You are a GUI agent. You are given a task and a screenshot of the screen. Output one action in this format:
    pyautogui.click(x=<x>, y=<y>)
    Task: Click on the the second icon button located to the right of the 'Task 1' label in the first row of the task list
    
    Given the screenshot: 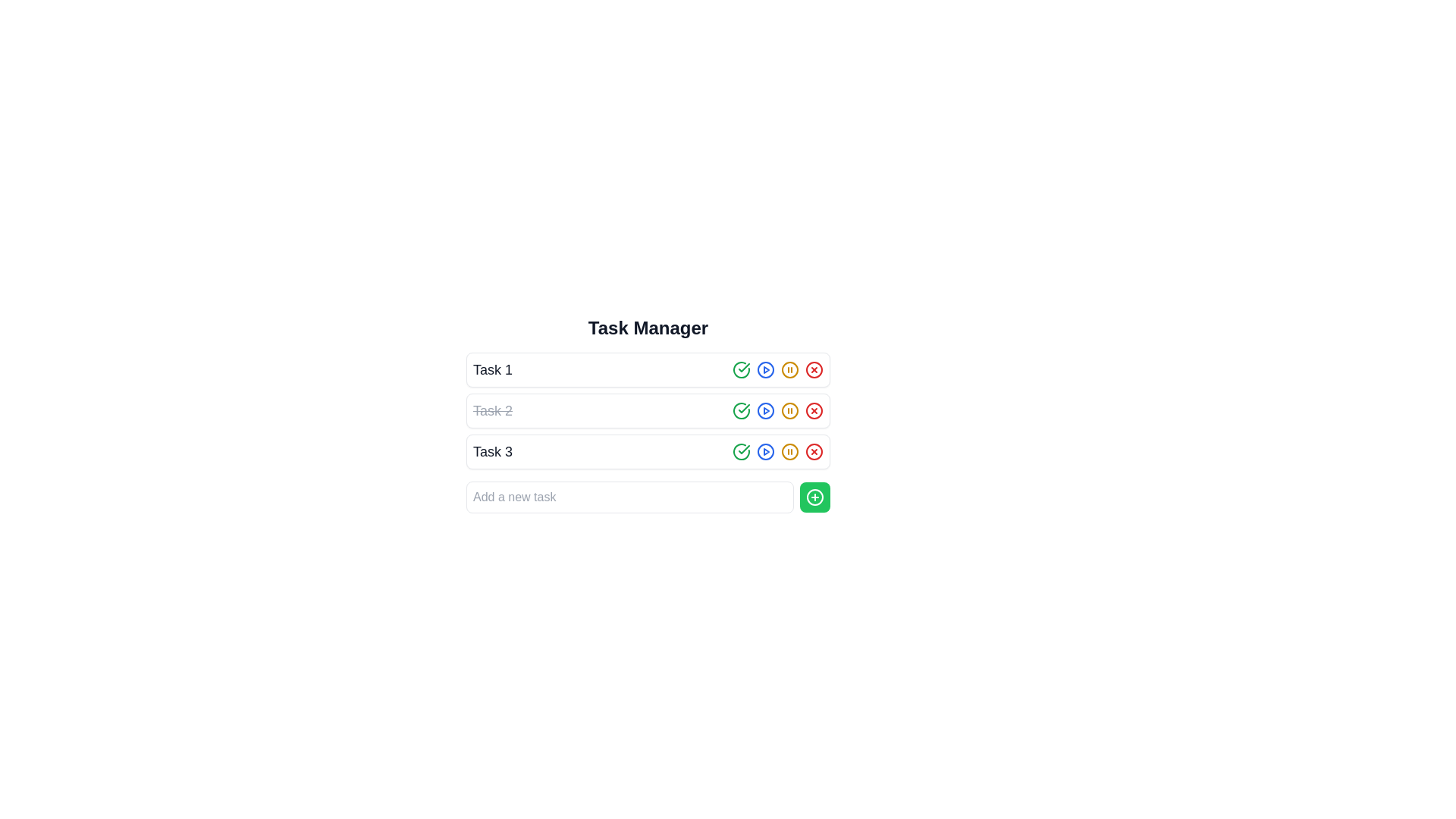 What is the action you would take?
    pyautogui.click(x=765, y=370)
    